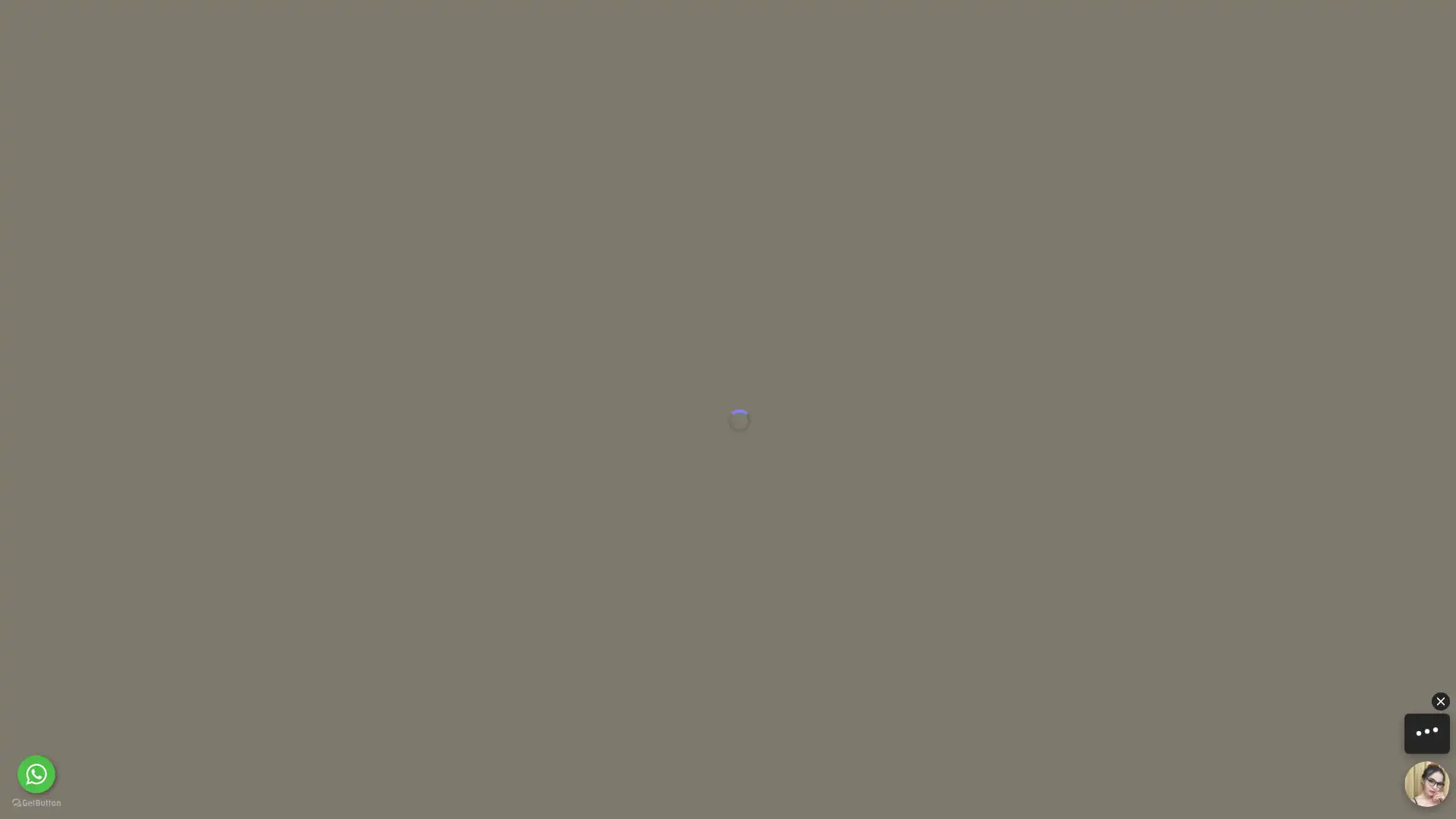 This screenshot has width=1456, height=819. Describe the element at coordinates (1117, 26) in the screenshot. I see `DAFTAR` at that location.